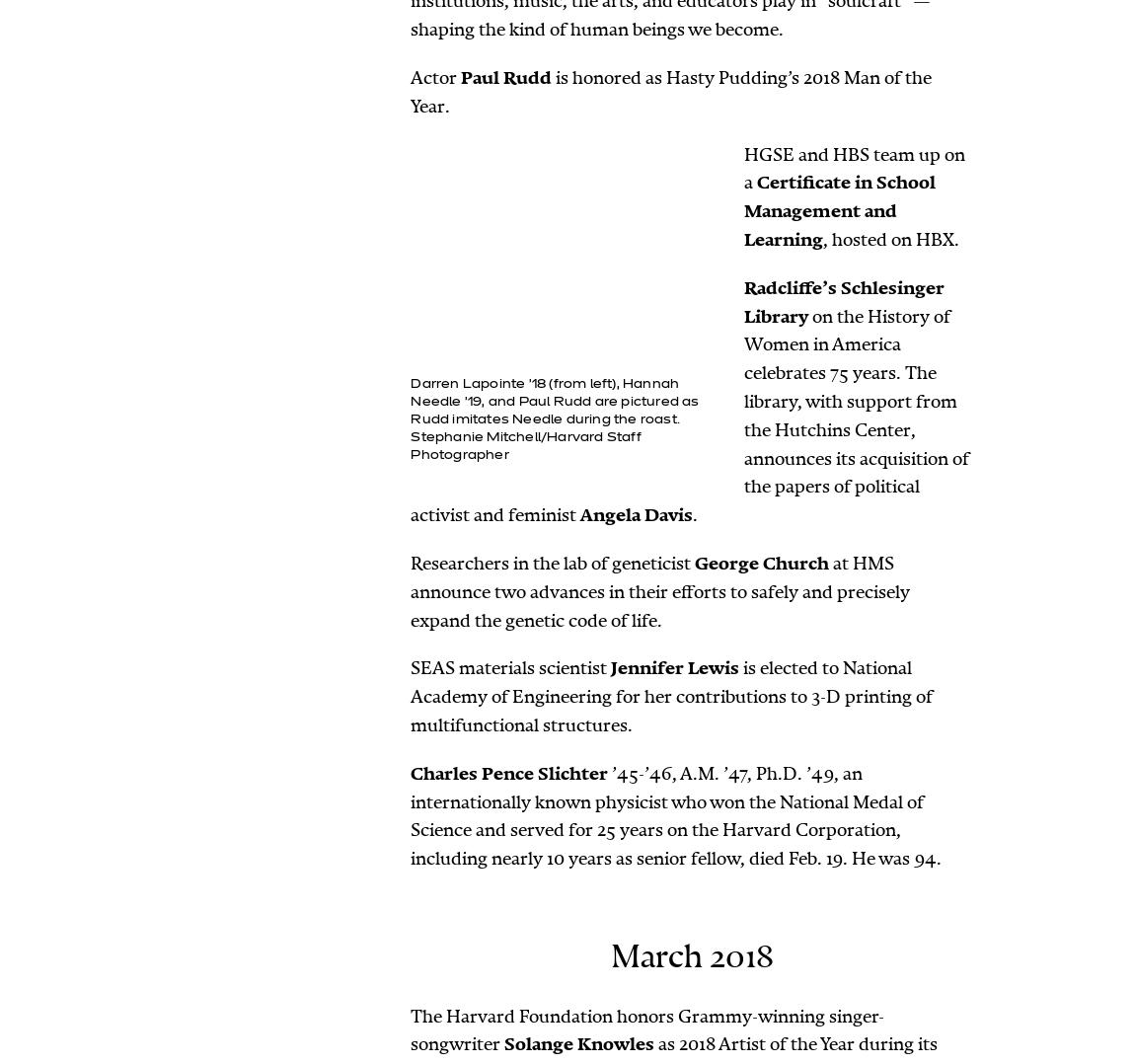 Image resolution: width=1135 pixels, height=1064 pixels. I want to click on 'George Church', so click(759, 563).